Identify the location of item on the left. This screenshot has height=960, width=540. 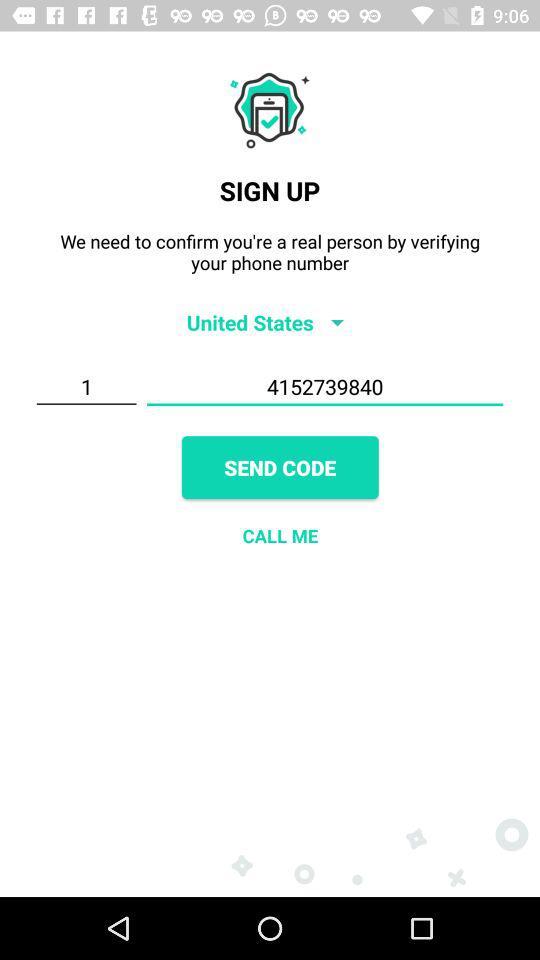
(85, 386).